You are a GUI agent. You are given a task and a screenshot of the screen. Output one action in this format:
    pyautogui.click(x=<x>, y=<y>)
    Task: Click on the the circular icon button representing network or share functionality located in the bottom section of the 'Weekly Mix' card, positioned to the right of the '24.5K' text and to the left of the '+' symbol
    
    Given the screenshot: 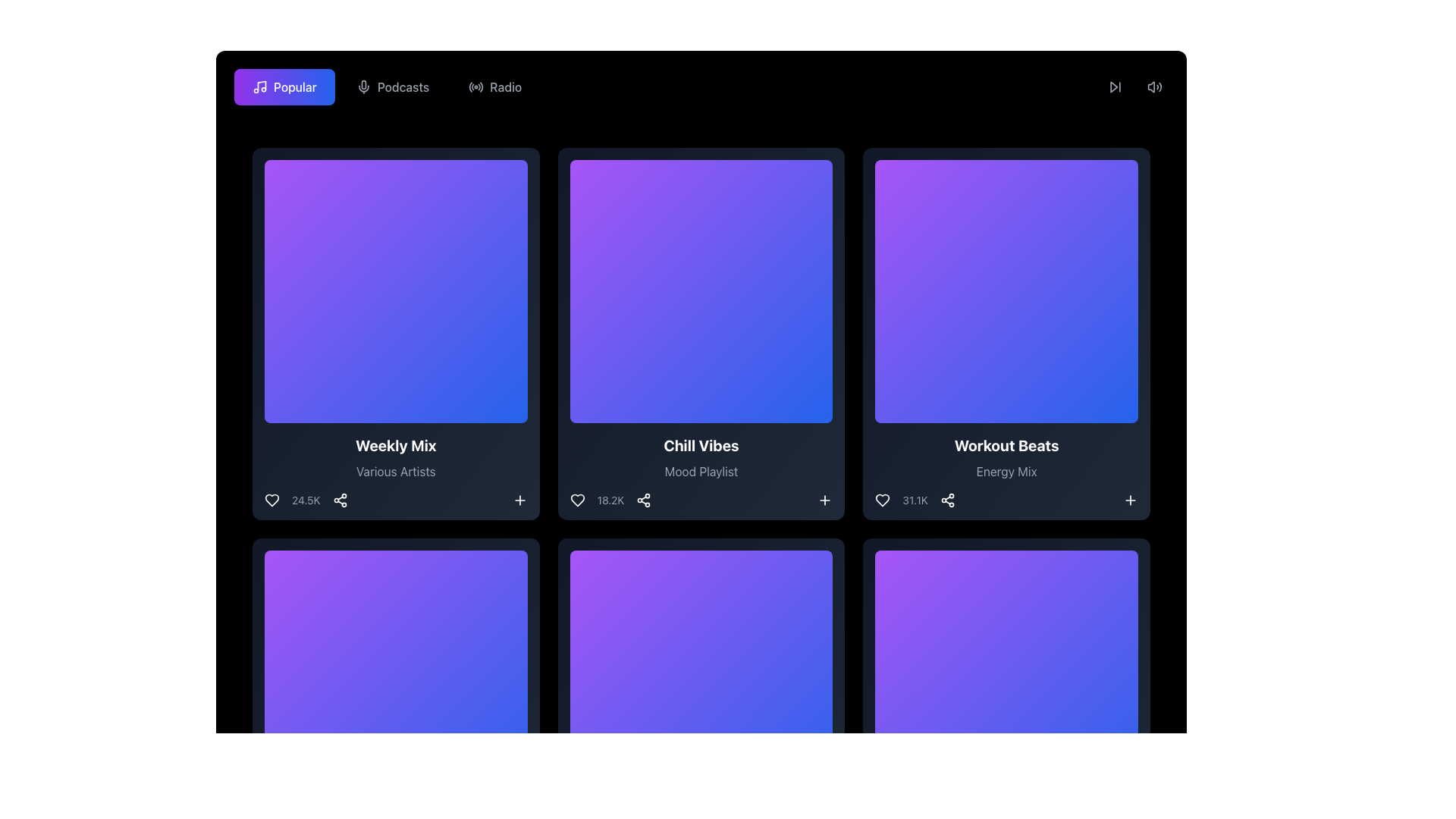 What is the action you would take?
    pyautogui.click(x=339, y=500)
    